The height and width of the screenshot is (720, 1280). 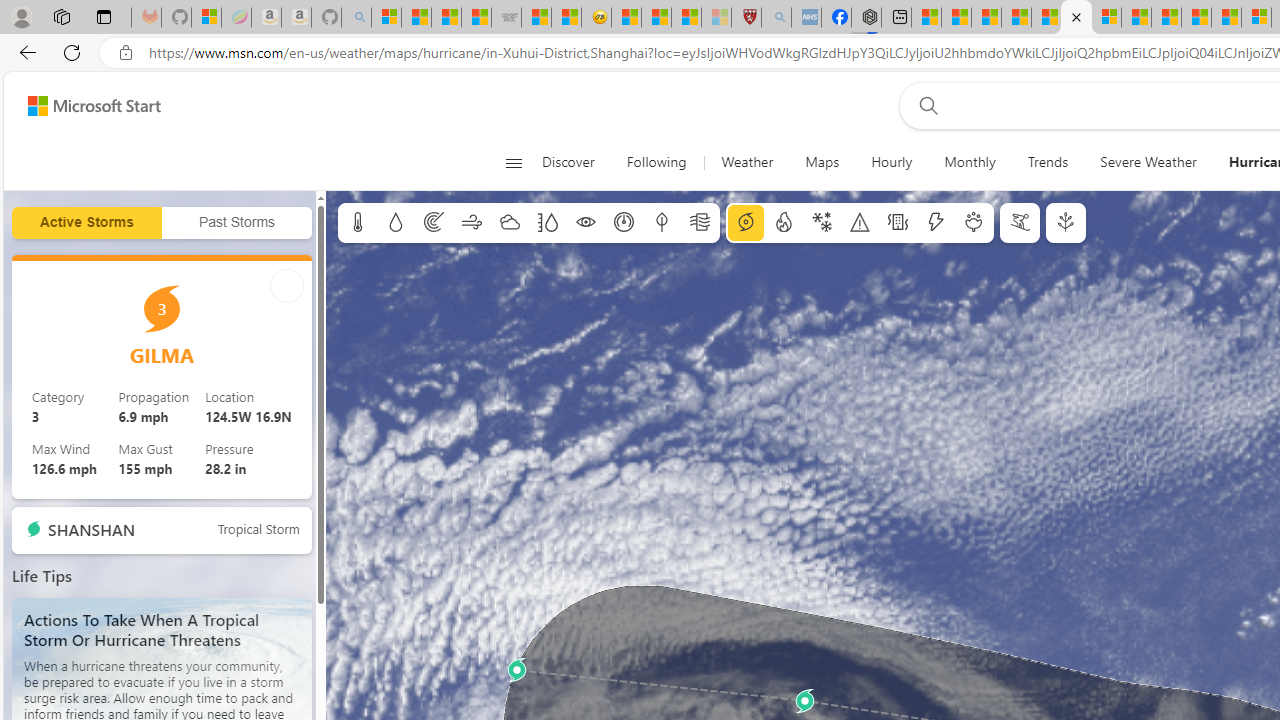 What do you see at coordinates (1046, 162) in the screenshot?
I see `'Trends'` at bounding box center [1046, 162].